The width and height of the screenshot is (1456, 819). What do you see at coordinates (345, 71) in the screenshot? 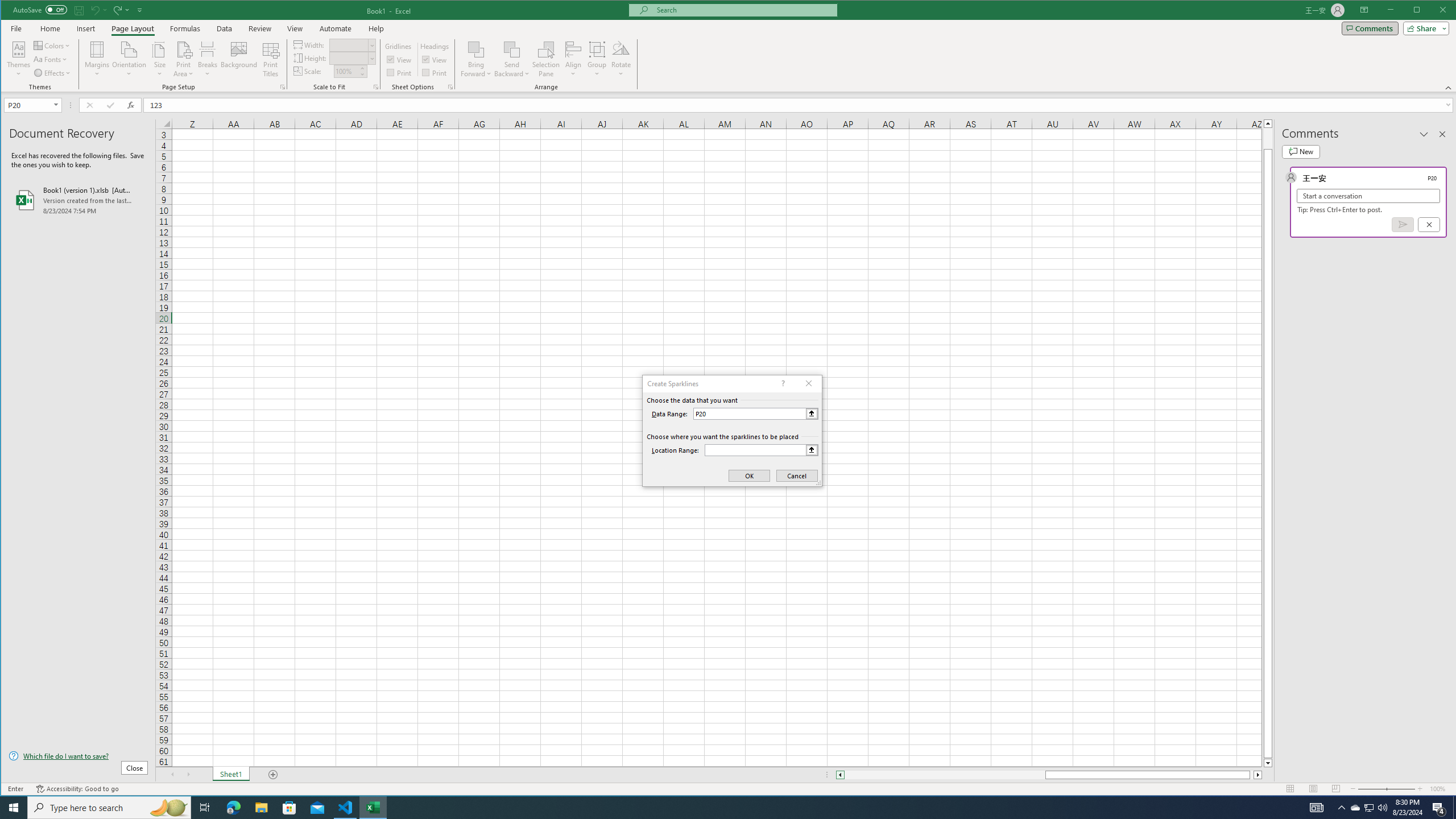
I see `'Scale'` at bounding box center [345, 71].